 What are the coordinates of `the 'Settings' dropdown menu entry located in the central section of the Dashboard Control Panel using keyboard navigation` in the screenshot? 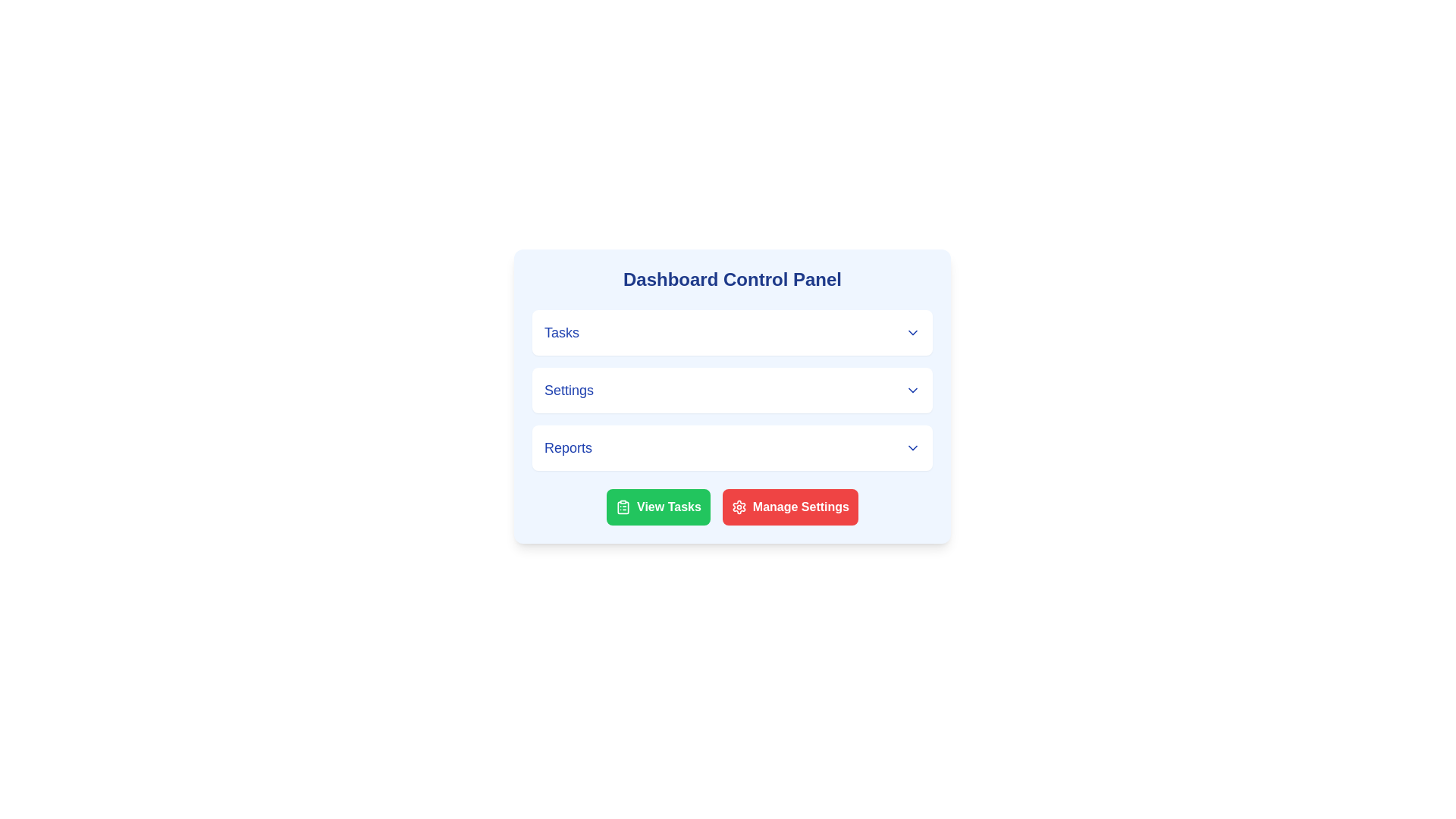 It's located at (732, 390).